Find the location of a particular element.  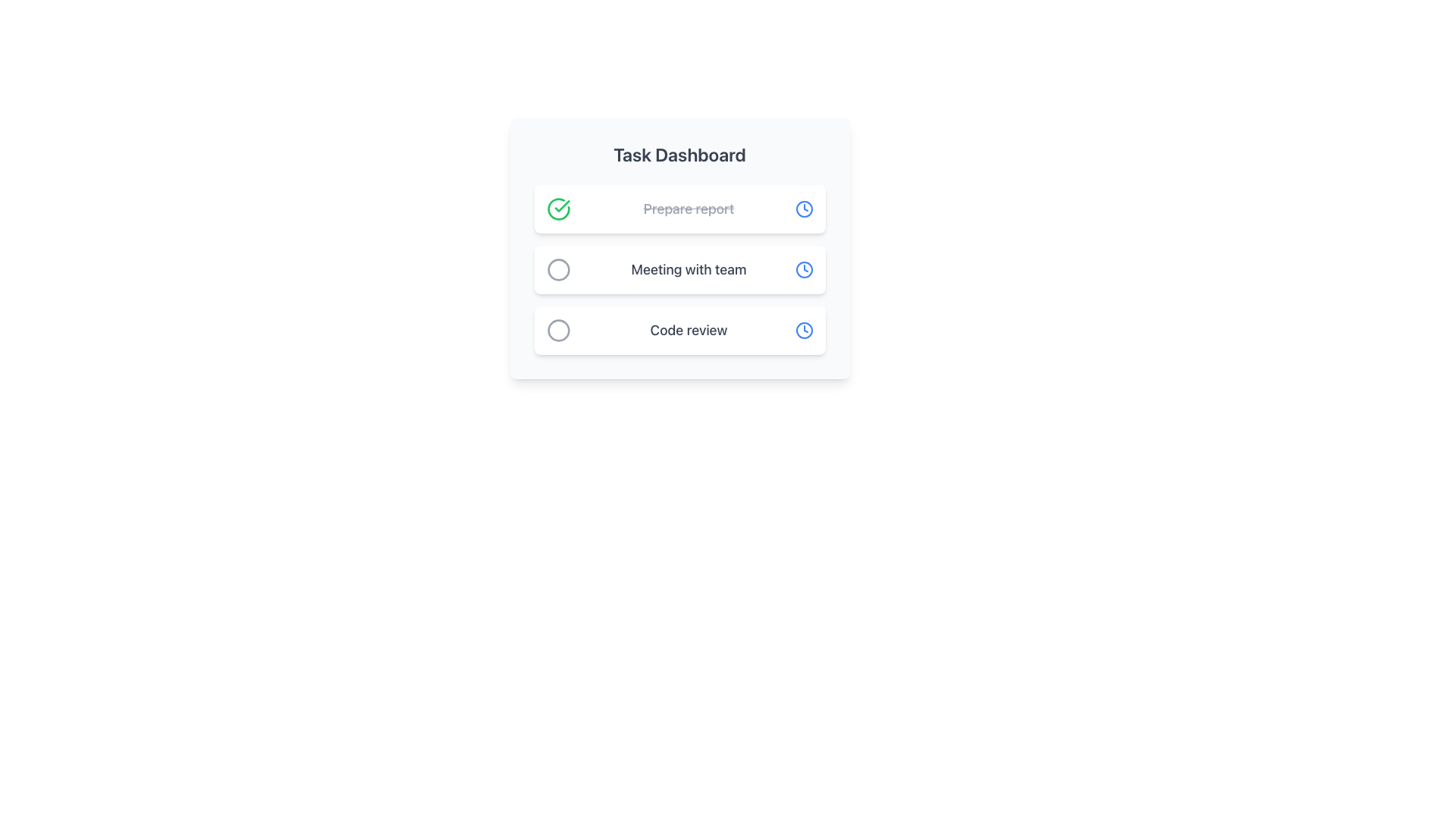

the small blue circular element inside the clock-shaped icon, which is positioned to the right of the 'Meeting with team' text in the task list is located at coordinates (803, 268).